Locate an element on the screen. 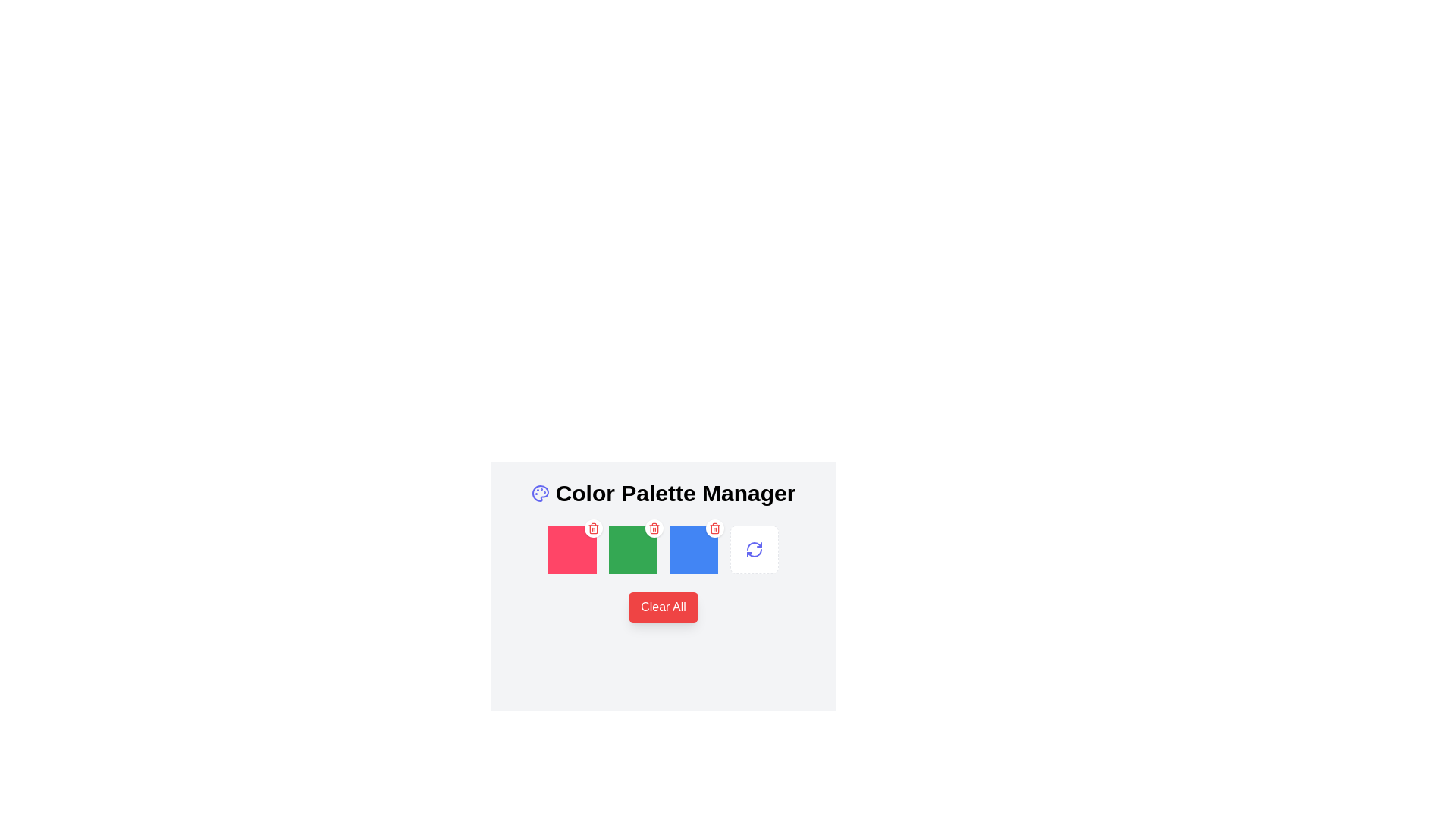 The image size is (1456, 819). the trash can icon button, which is styled in red and signifies a delete action is located at coordinates (654, 528).